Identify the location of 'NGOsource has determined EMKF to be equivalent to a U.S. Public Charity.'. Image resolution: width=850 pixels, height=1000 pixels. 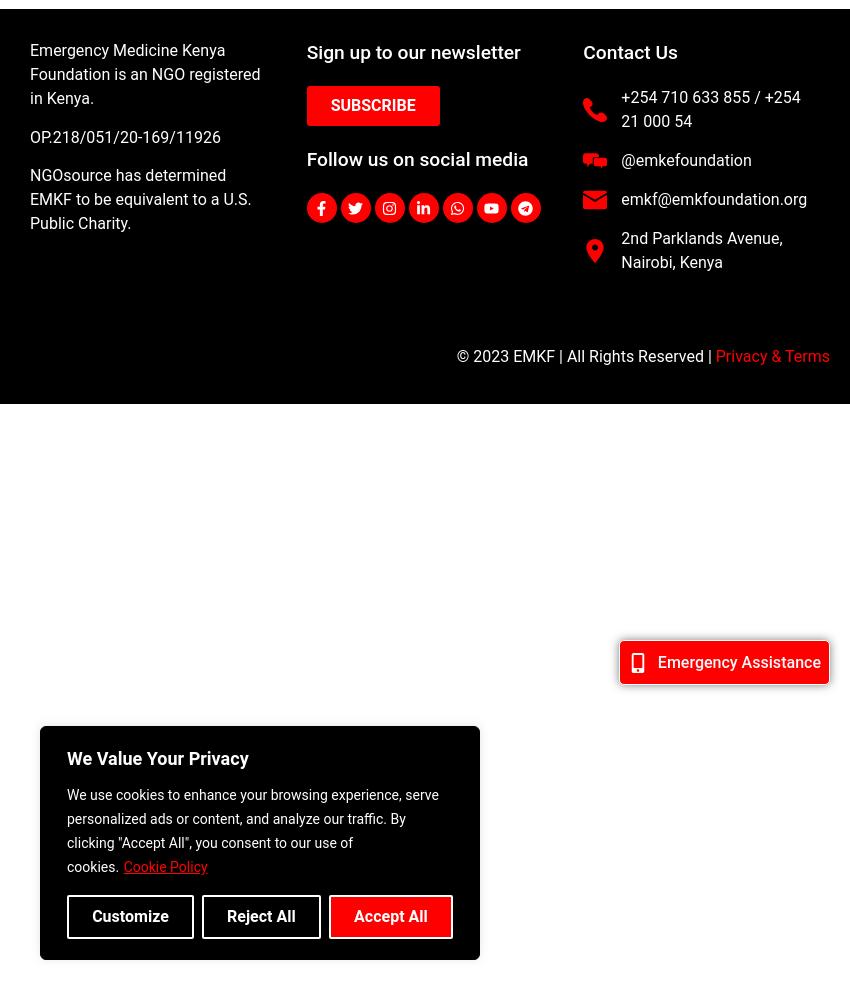
(140, 198).